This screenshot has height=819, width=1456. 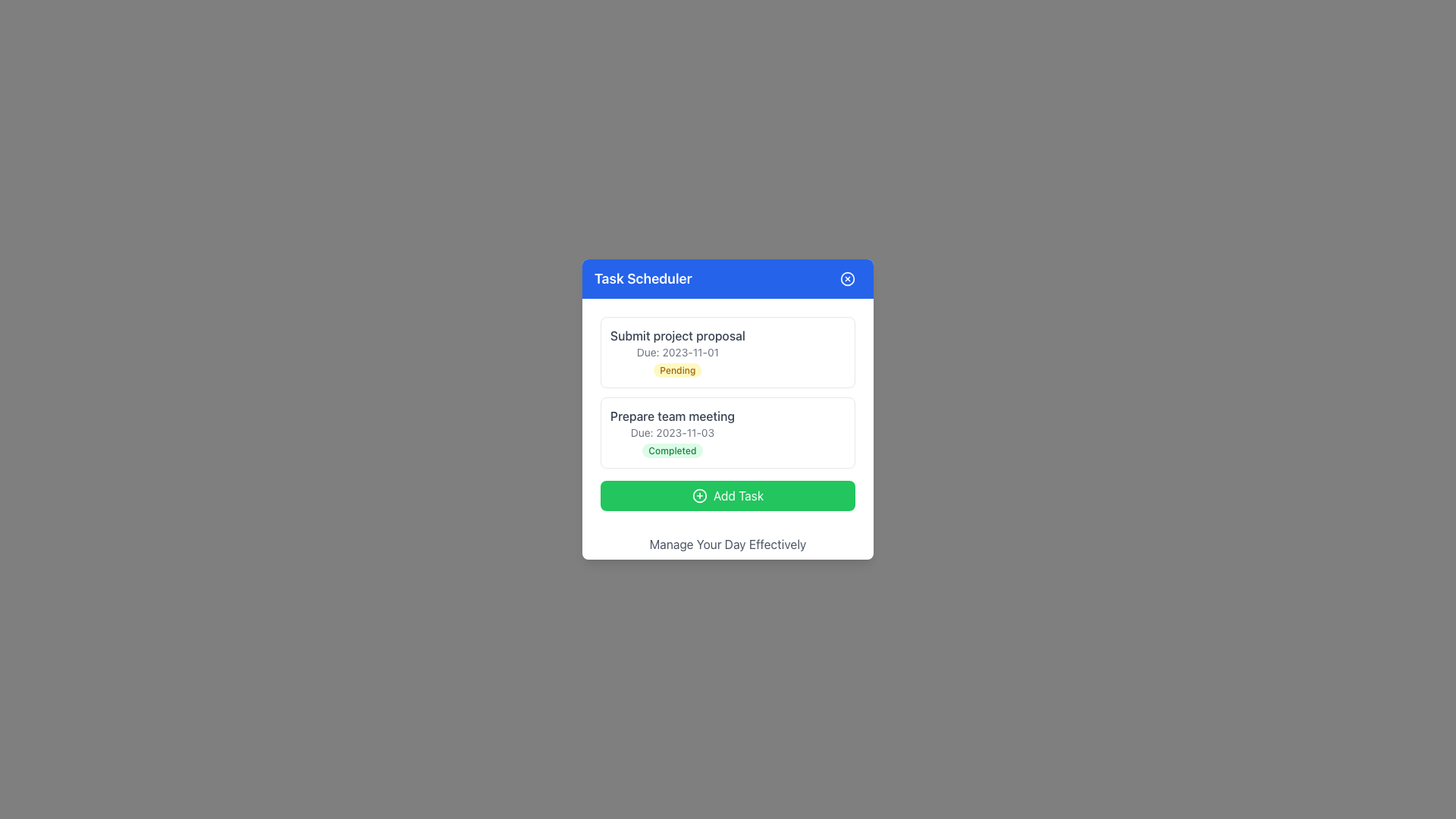 What do you see at coordinates (728, 432) in the screenshot?
I see `the second task card in the Task Scheduler, located directly below the 'Submit project proposal' task` at bounding box center [728, 432].